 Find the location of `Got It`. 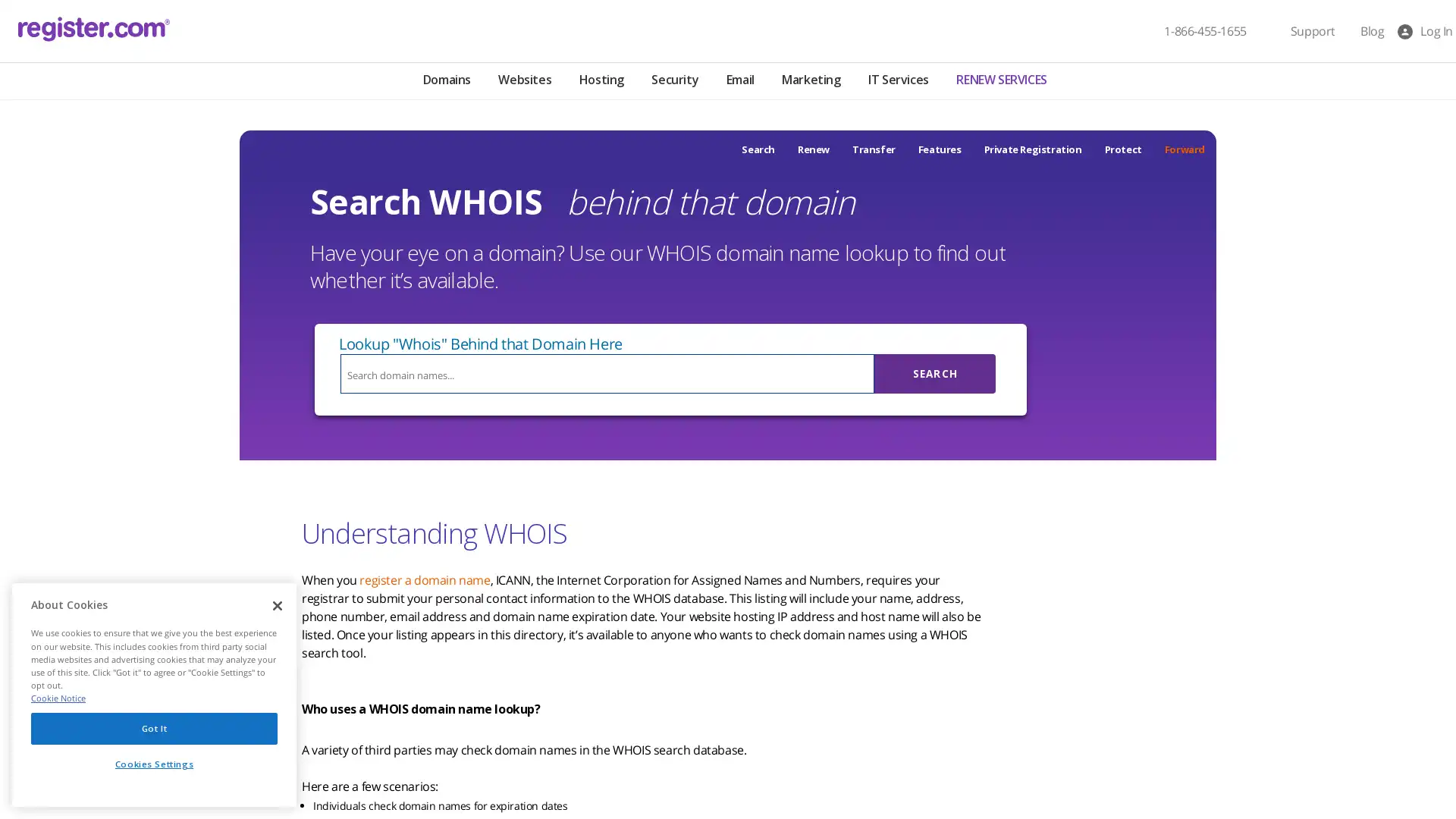

Got It is located at coordinates (154, 731).